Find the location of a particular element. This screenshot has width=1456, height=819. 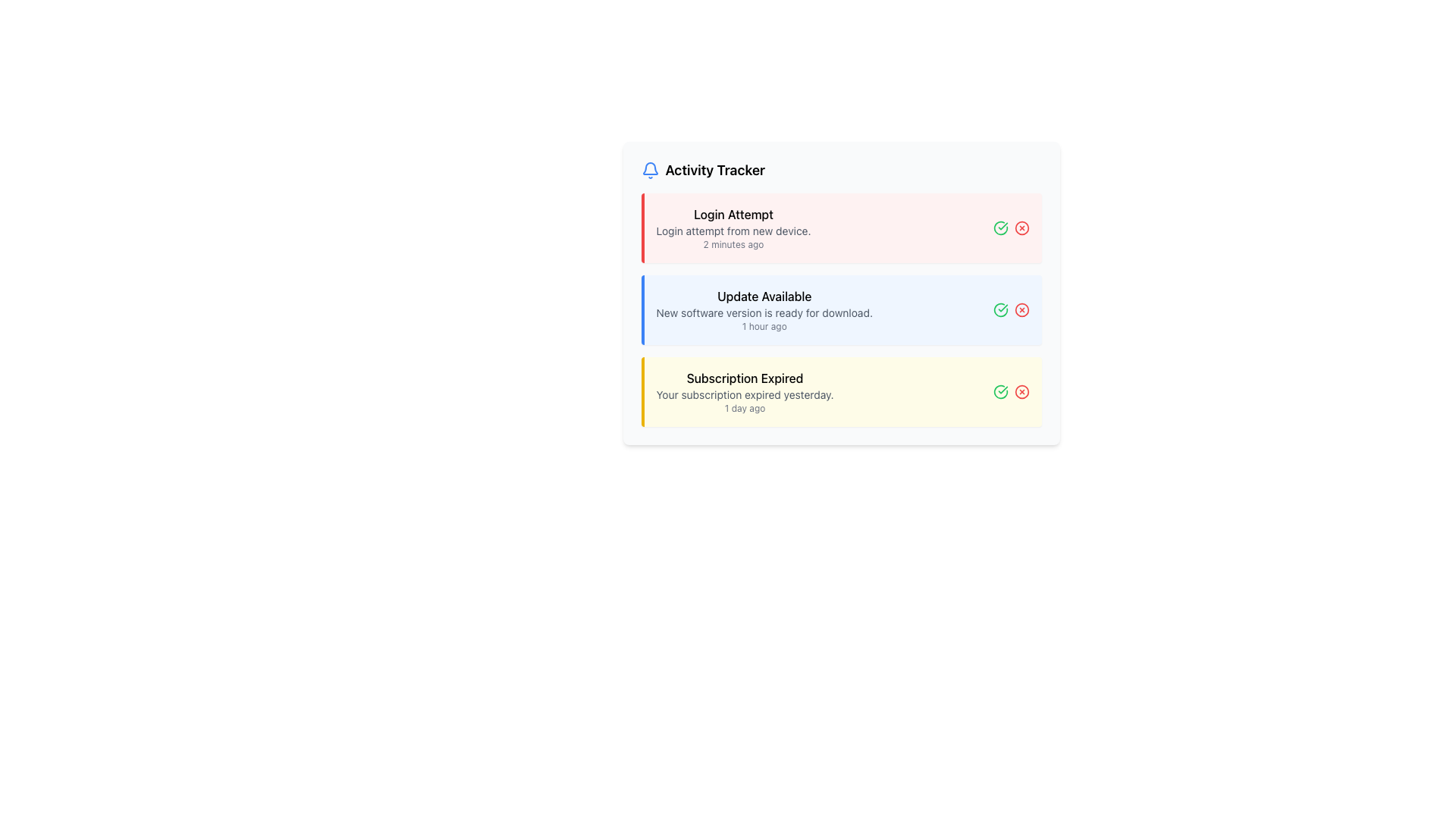

the Text Label providing additional information regarding the update notification, which is positioned below the 'Update Available' header and above the '1 hour ago' timestamp, located centrally in the notification card is located at coordinates (764, 312).